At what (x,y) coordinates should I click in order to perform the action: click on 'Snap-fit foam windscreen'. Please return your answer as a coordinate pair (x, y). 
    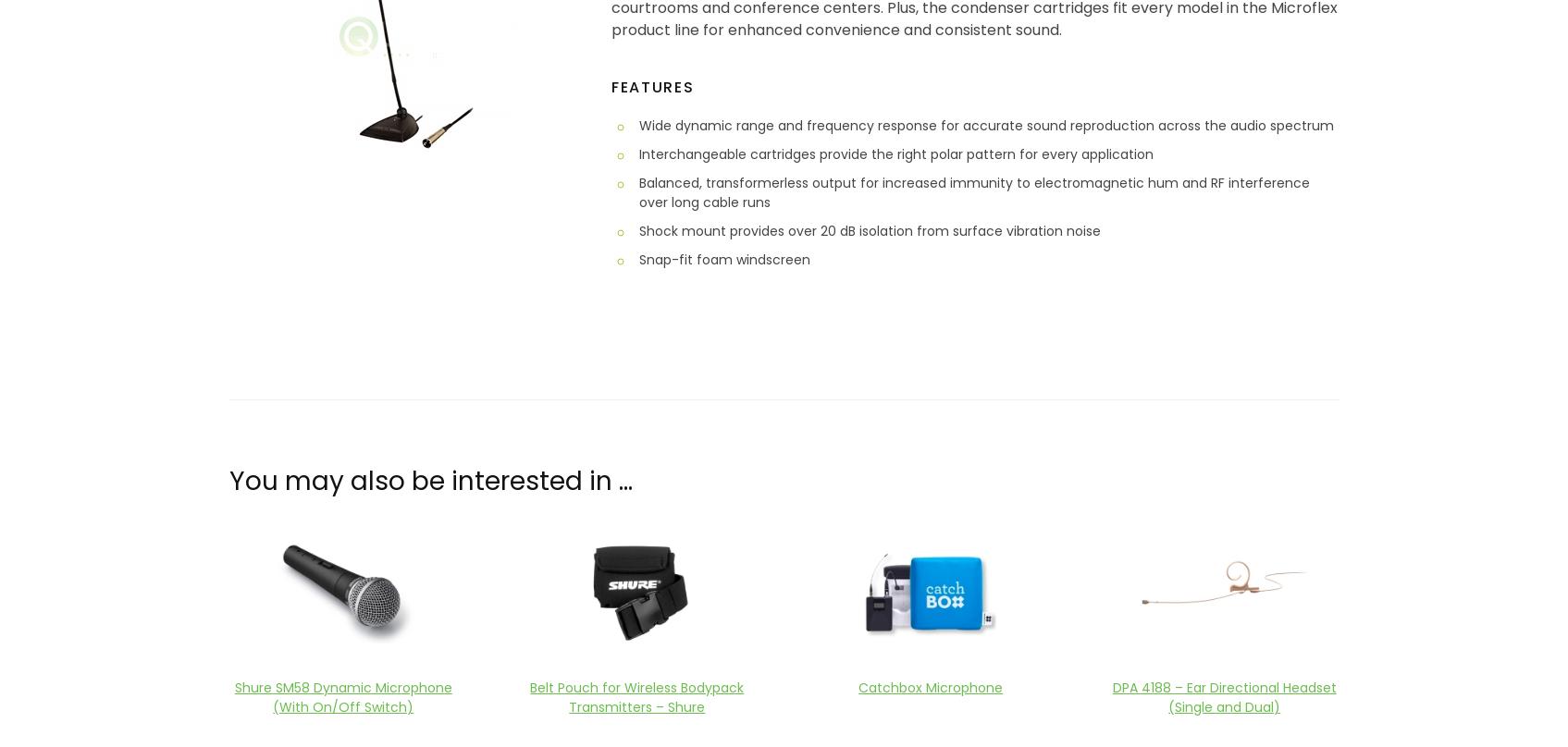
    Looking at the image, I should click on (722, 258).